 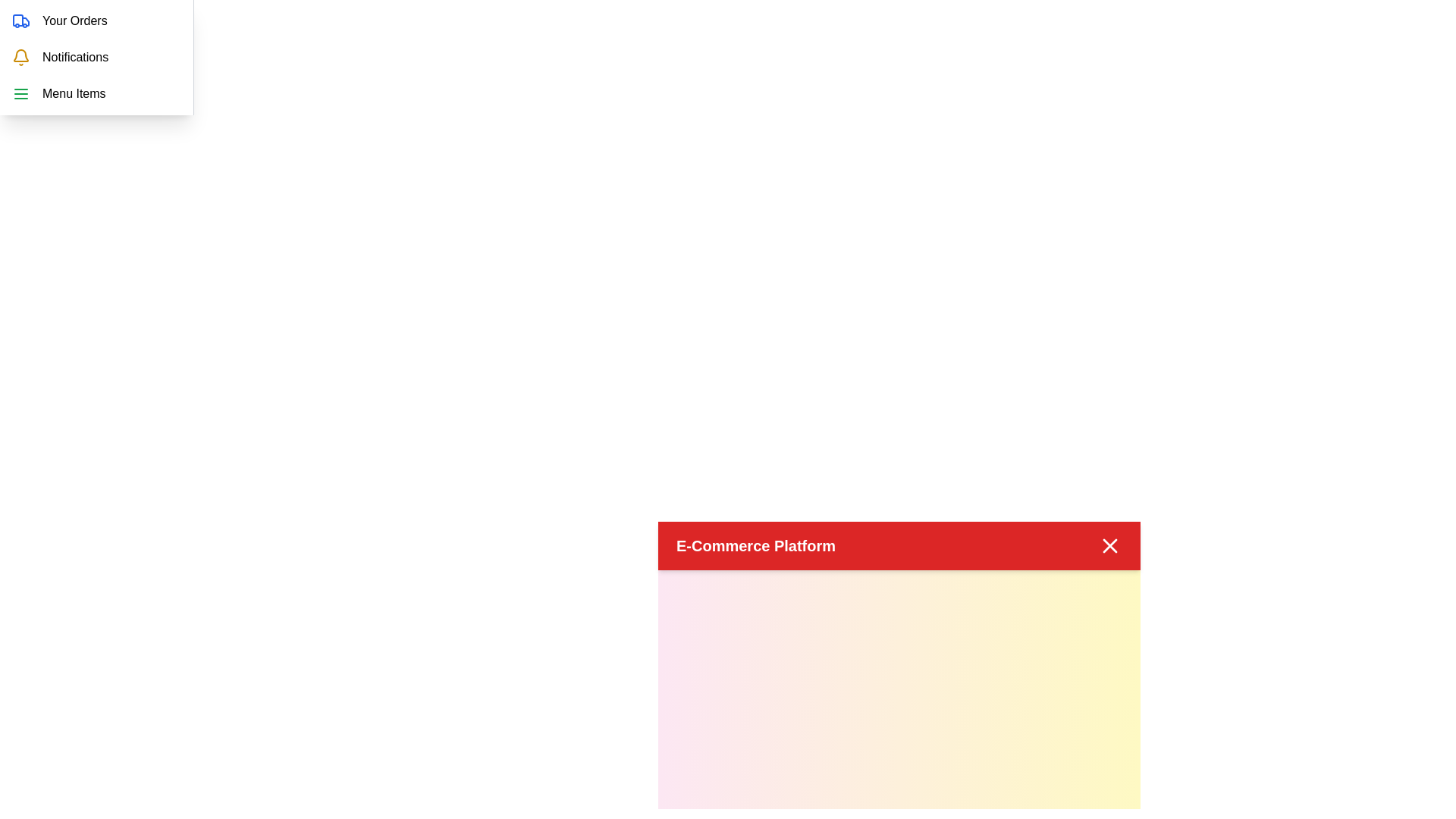 What do you see at coordinates (21, 55) in the screenshot?
I see `the notification bell icon, which is the second item in a vertical list of three elements, positioned below a truck icon and above a menu icon` at bounding box center [21, 55].